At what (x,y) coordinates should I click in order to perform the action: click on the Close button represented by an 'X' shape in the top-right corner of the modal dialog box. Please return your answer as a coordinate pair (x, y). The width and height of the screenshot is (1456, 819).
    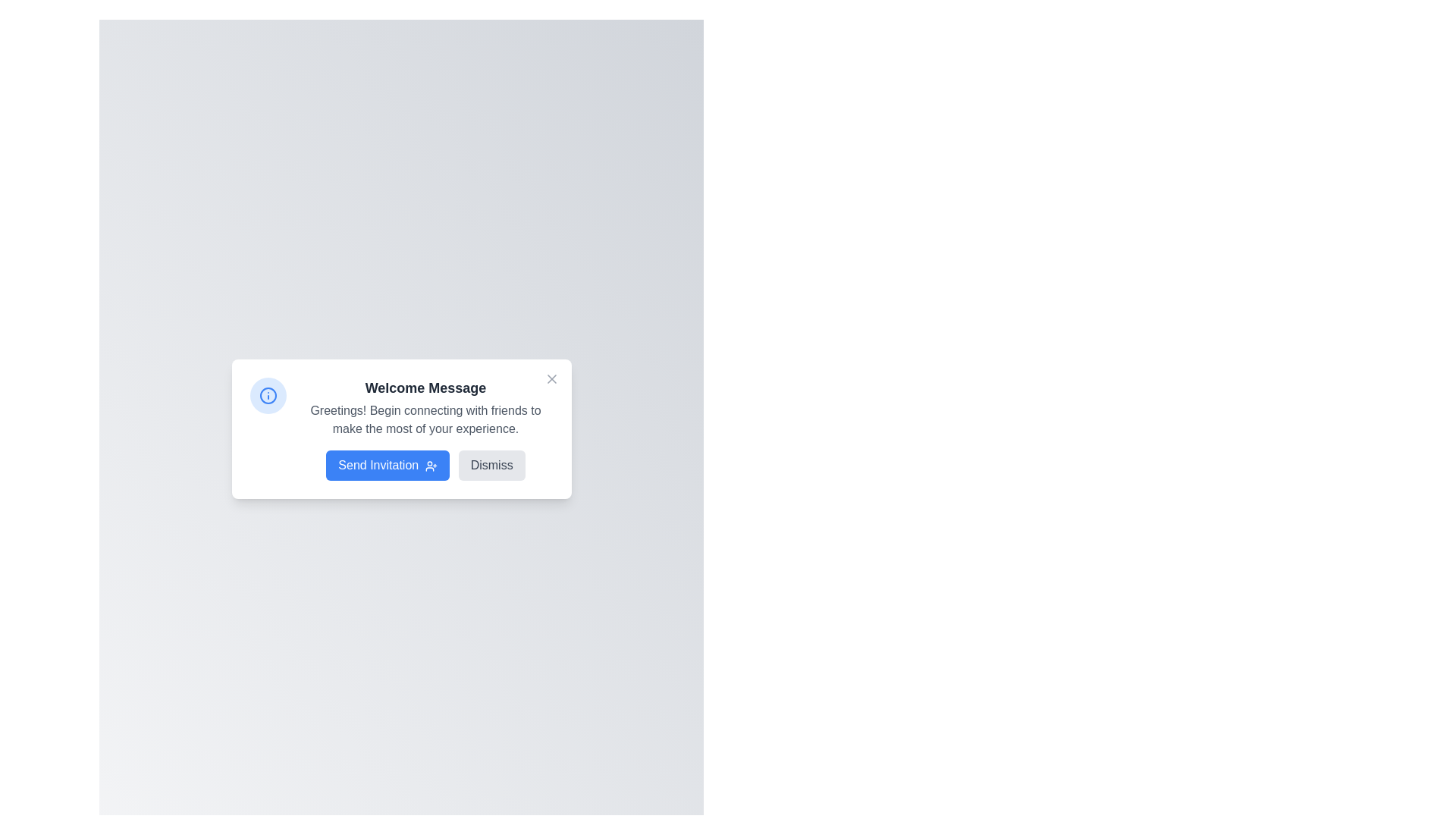
    Looking at the image, I should click on (551, 378).